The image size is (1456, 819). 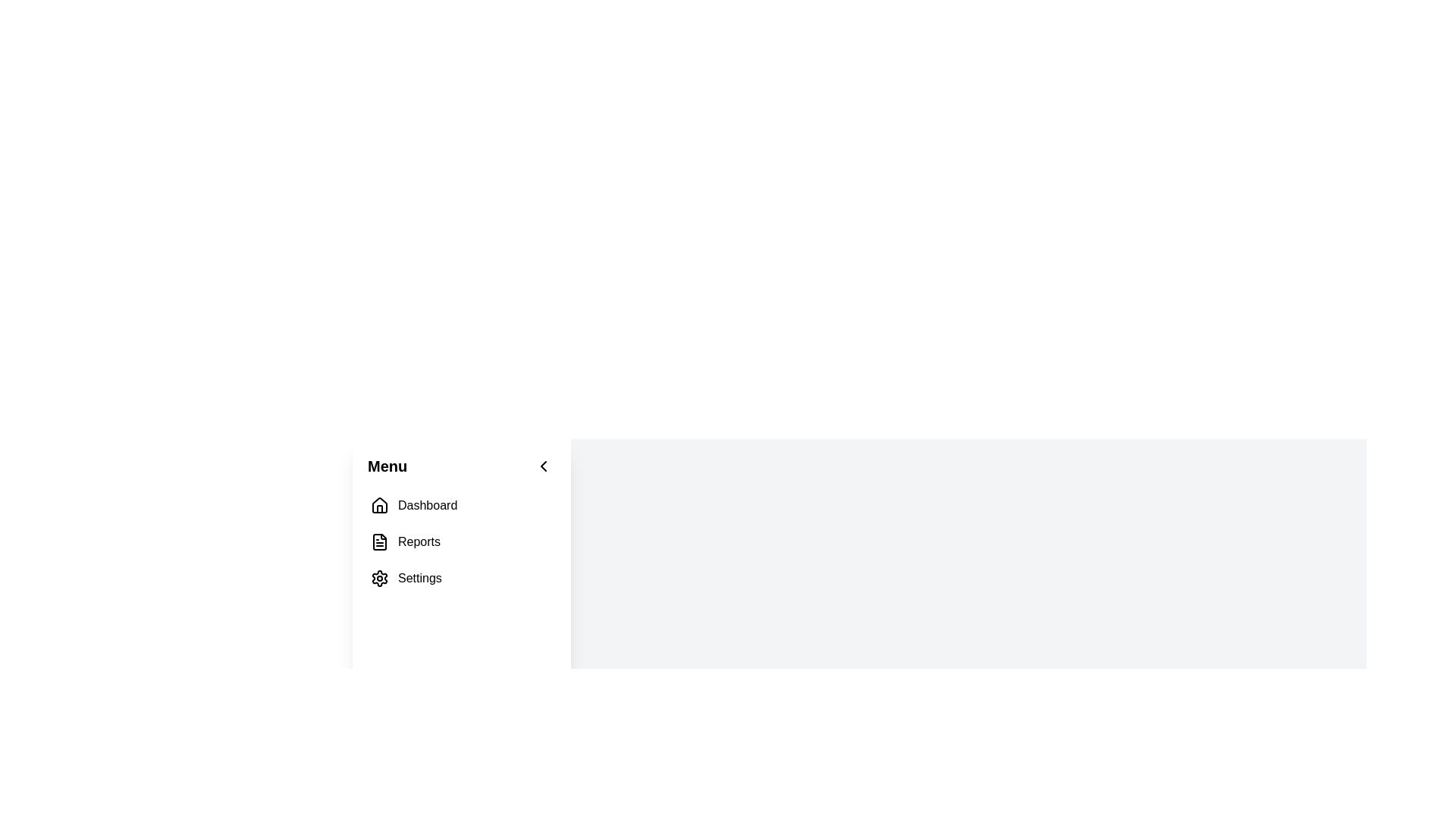 What do you see at coordinates (419, 579) in the screenshot?
I see `the Text Label that indicates the settings section in the lower part of the vertical menu on the left side of the interface, positioned below 'Reports'` at bounding box center [419, 579].